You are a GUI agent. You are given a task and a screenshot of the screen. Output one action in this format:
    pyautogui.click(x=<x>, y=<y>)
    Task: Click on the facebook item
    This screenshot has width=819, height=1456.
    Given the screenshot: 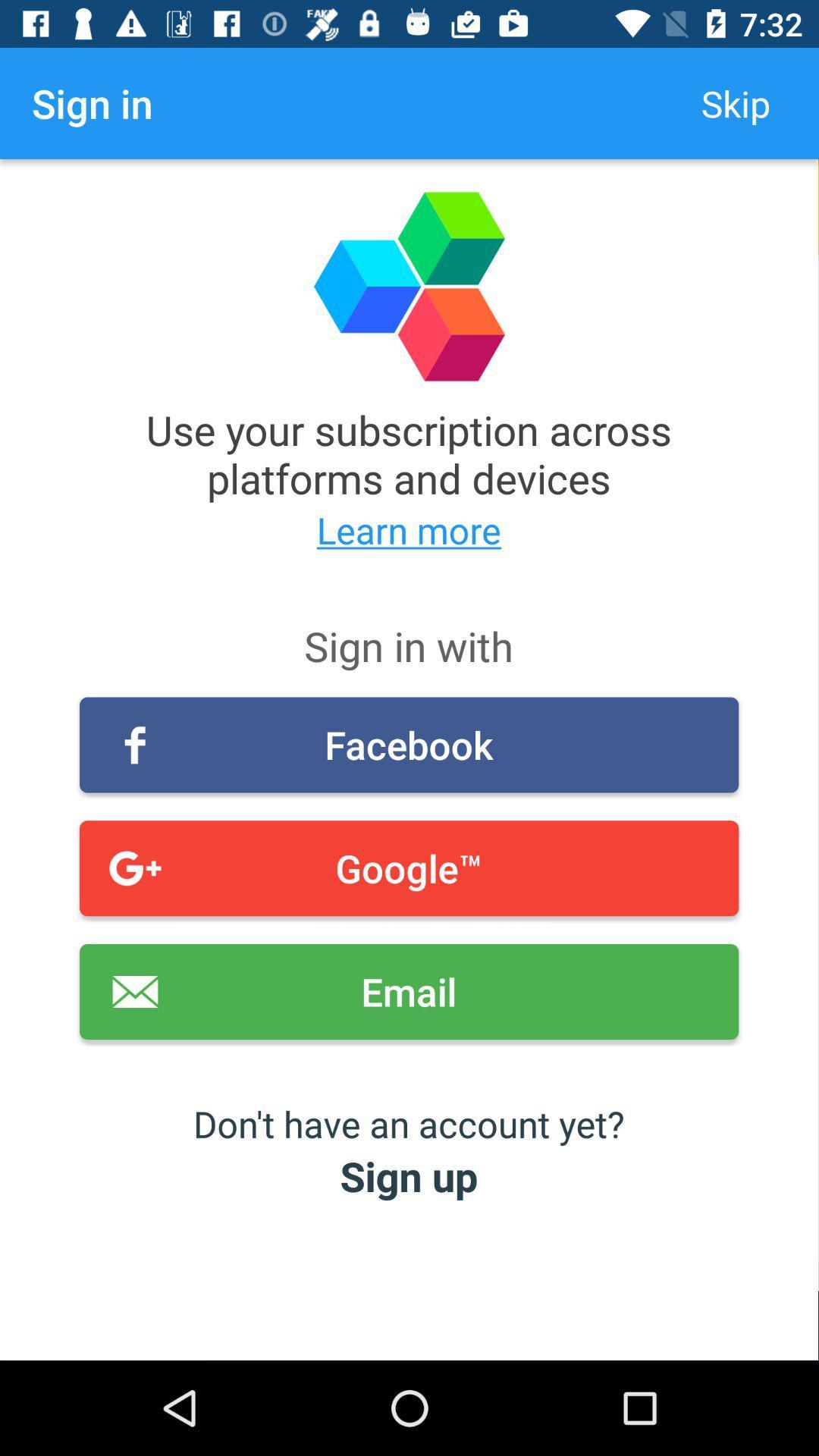 What is the action you would take?
    pyautogui.click(x=408, y=745)
    